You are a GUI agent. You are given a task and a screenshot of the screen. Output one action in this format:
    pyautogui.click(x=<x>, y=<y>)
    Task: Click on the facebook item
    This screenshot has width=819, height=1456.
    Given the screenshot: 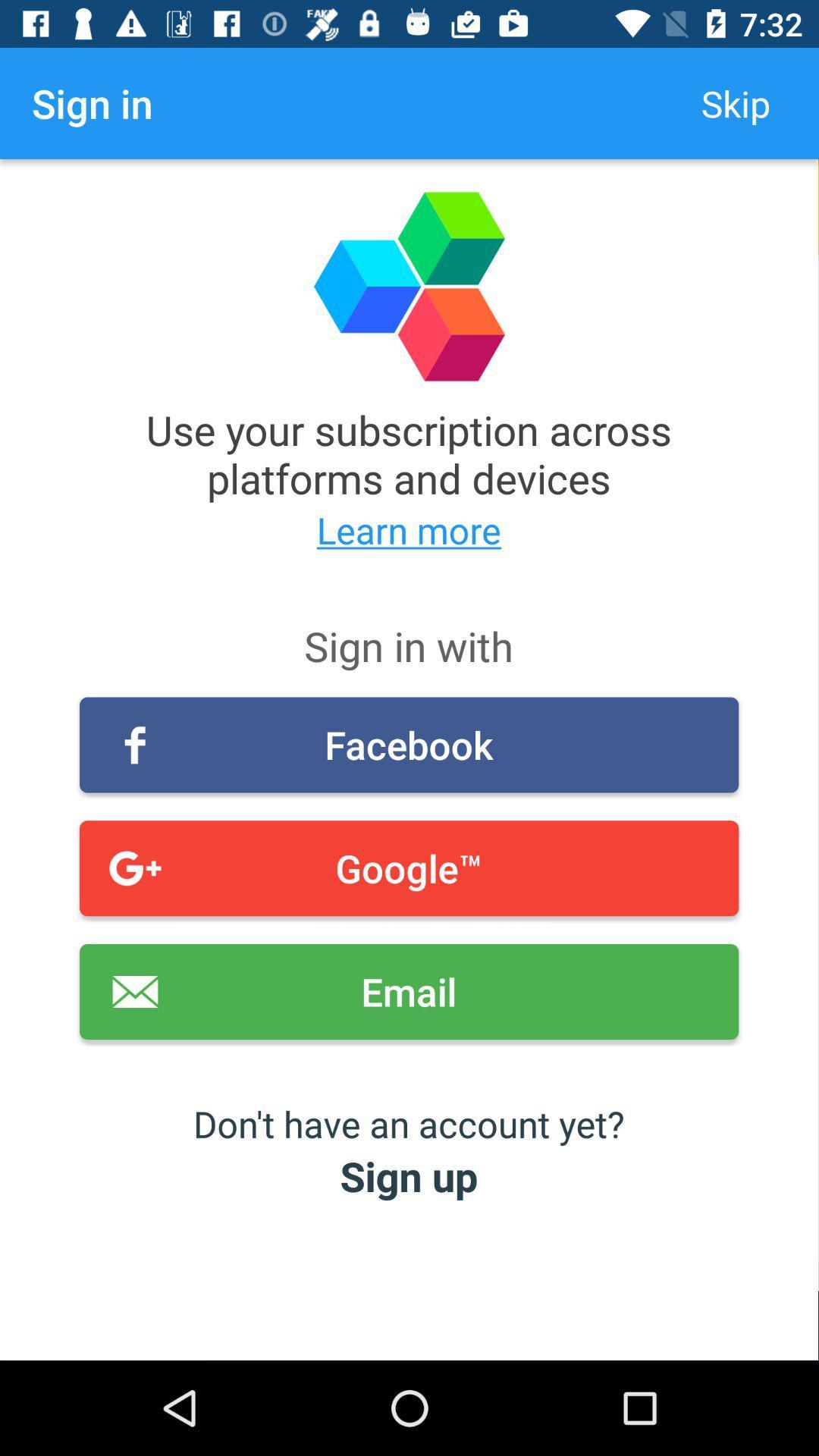 What is the action you would take?
    pyautogui.click(x=408, y=745)
    